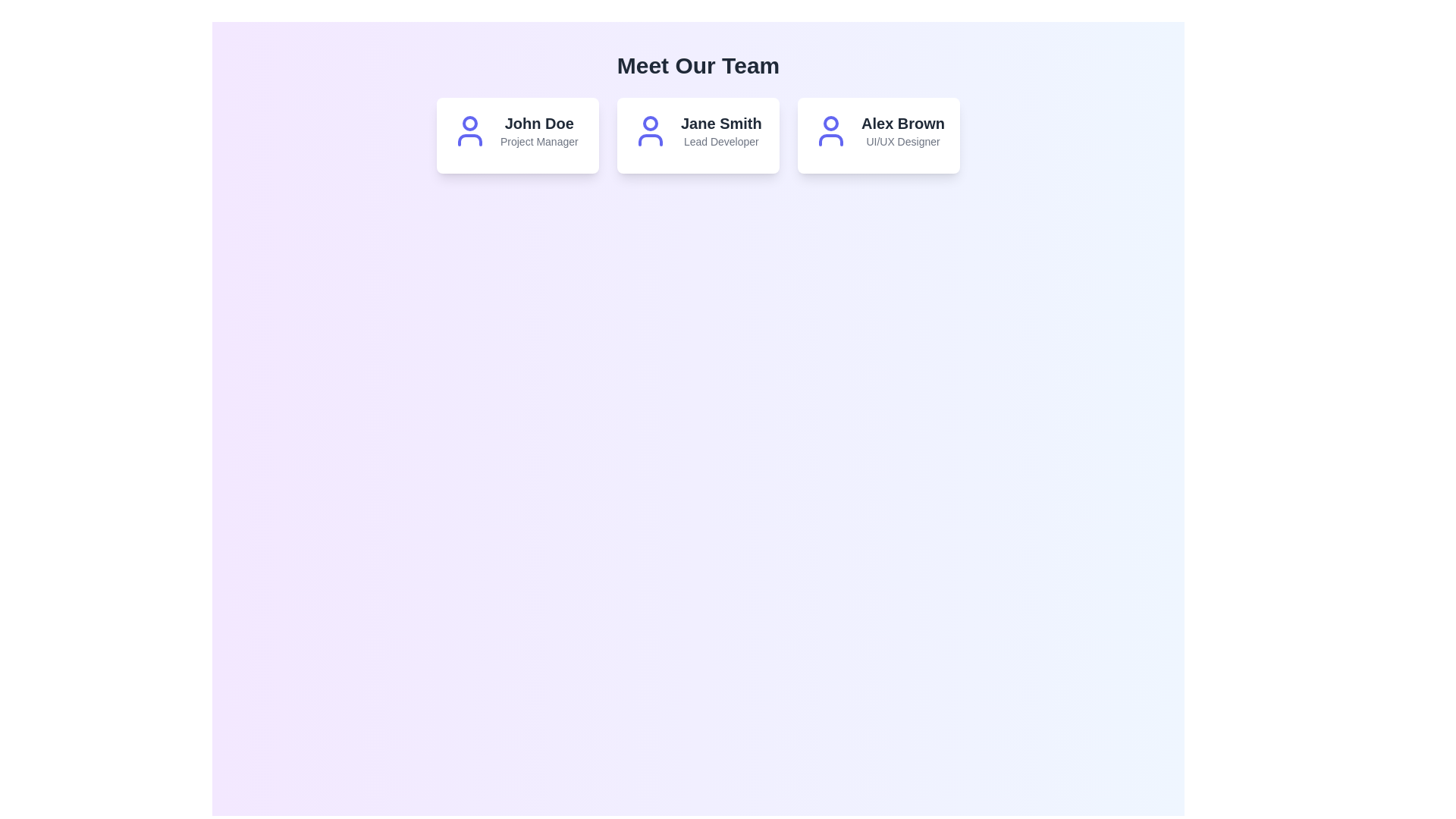 This screenshot has height=819, width=1456. I want to click on the text label displaying 'Project Manager' which is located beneath the 'John Doe' label in the leftmost card of three cards, so click(539, 141).